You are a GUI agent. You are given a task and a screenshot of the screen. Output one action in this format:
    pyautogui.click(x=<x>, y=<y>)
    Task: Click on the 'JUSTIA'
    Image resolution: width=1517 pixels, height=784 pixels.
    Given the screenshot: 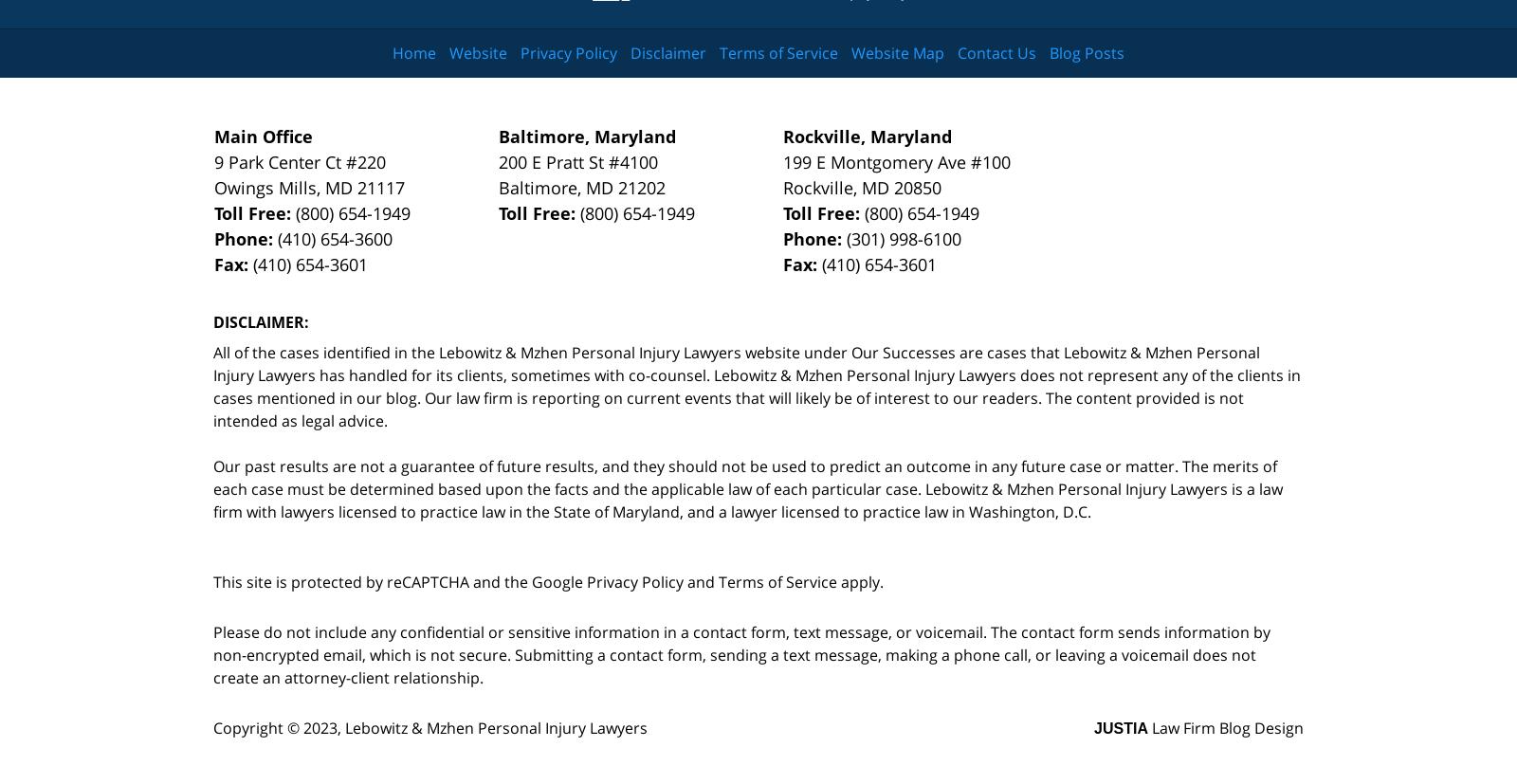 What is the action you would take?
    pyautogui.click(x=1093, y=727)
    